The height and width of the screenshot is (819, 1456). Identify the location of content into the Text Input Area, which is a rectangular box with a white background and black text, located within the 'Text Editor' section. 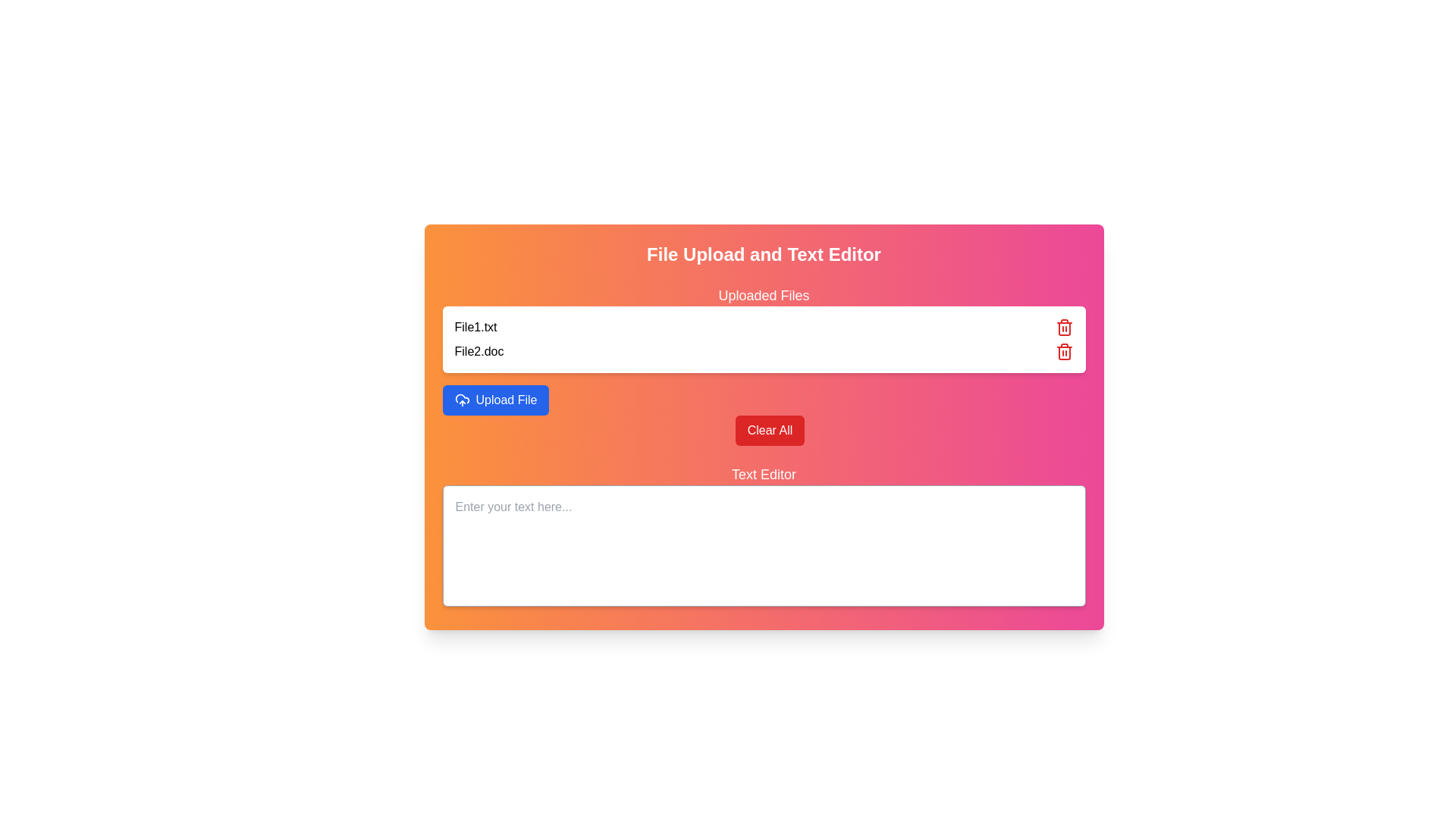
(764, 537).